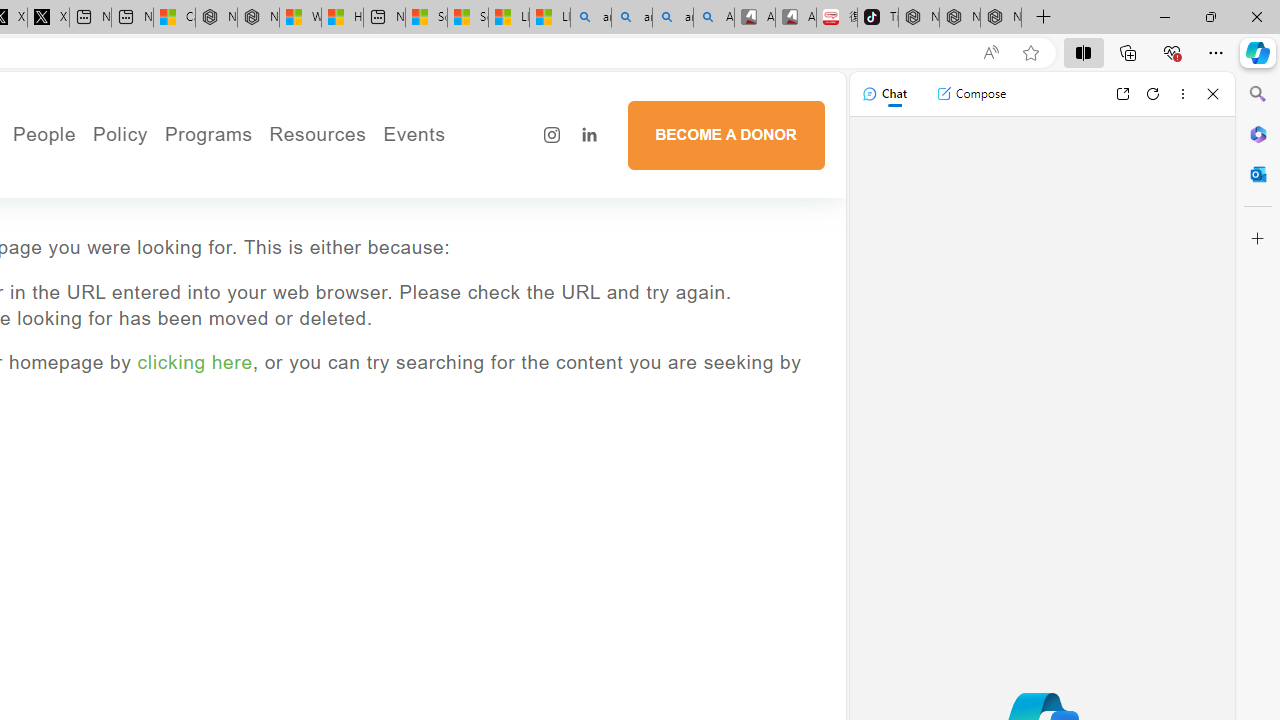 The height and width of the screenshot is (720, 1280). I want to click on 'Nordace Siena Pro 15 Backpack', so click(960, 17).